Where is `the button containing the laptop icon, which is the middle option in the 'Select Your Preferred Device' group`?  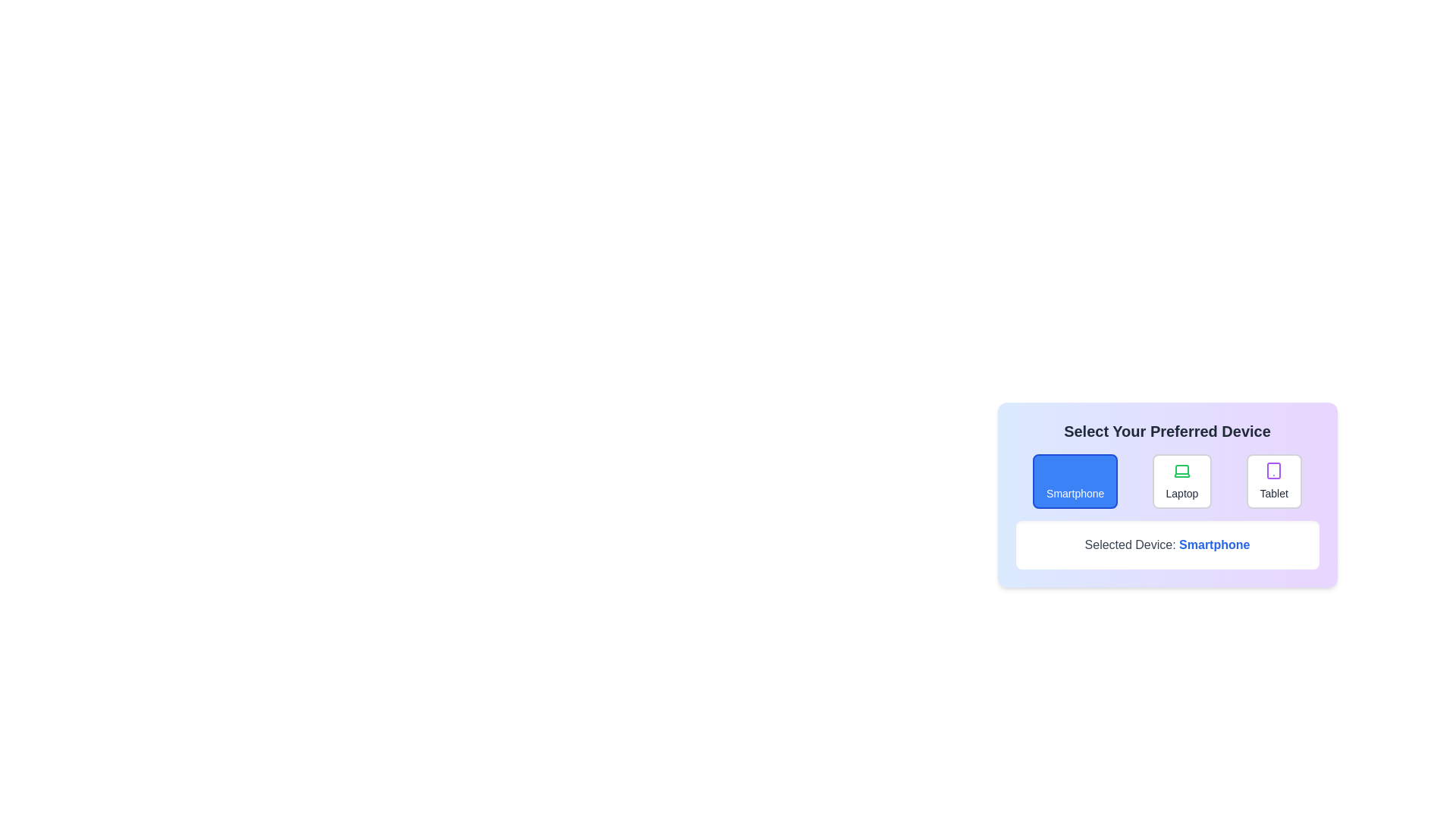 the button containing the laptop icon, which is the middle option in the 'Select Your Preferred Device' group is located at coordinates (1181, 470).